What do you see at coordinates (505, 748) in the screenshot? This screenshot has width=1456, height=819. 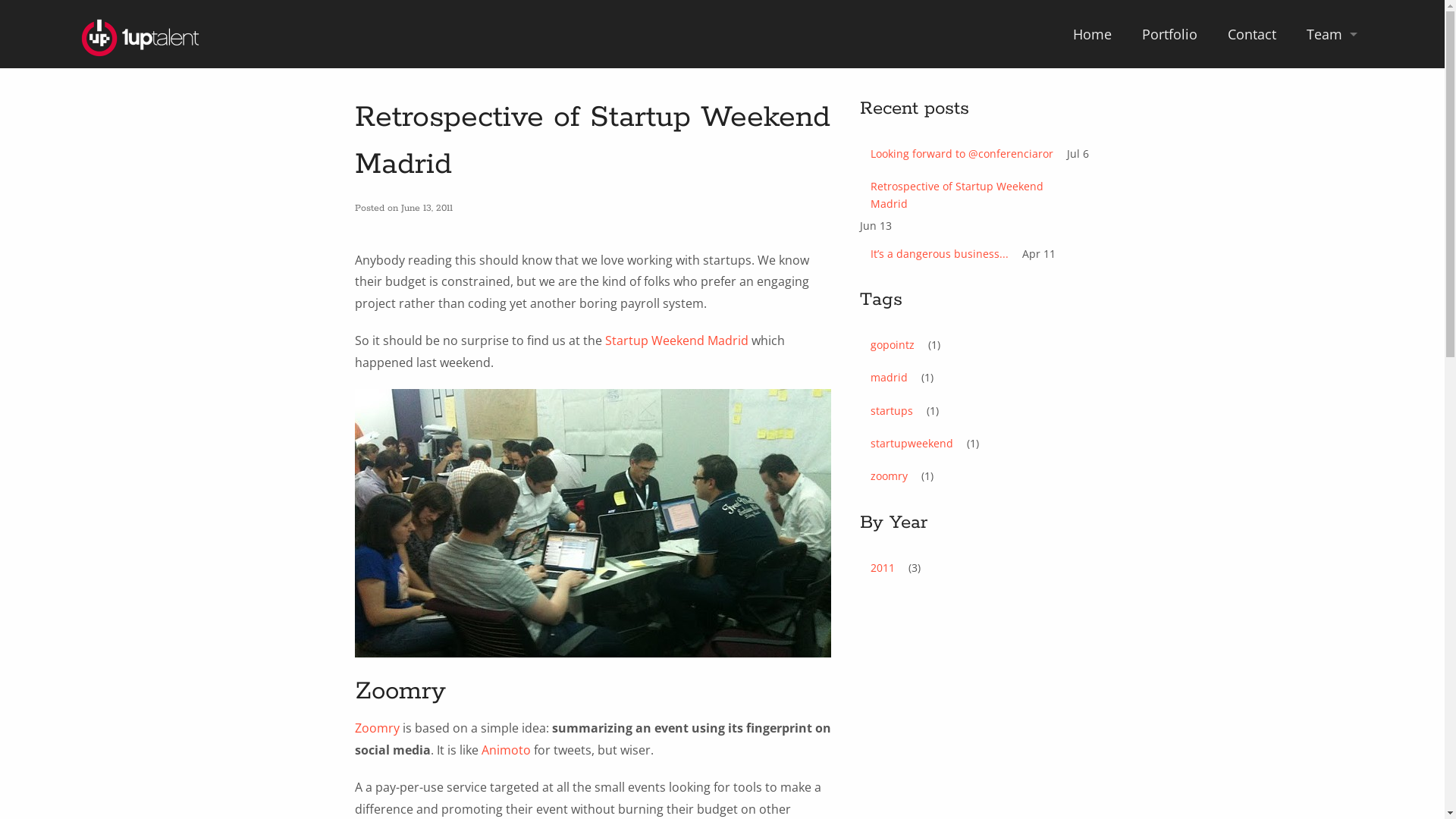 I see `'Animoto'` at bounding box center [505, 748].